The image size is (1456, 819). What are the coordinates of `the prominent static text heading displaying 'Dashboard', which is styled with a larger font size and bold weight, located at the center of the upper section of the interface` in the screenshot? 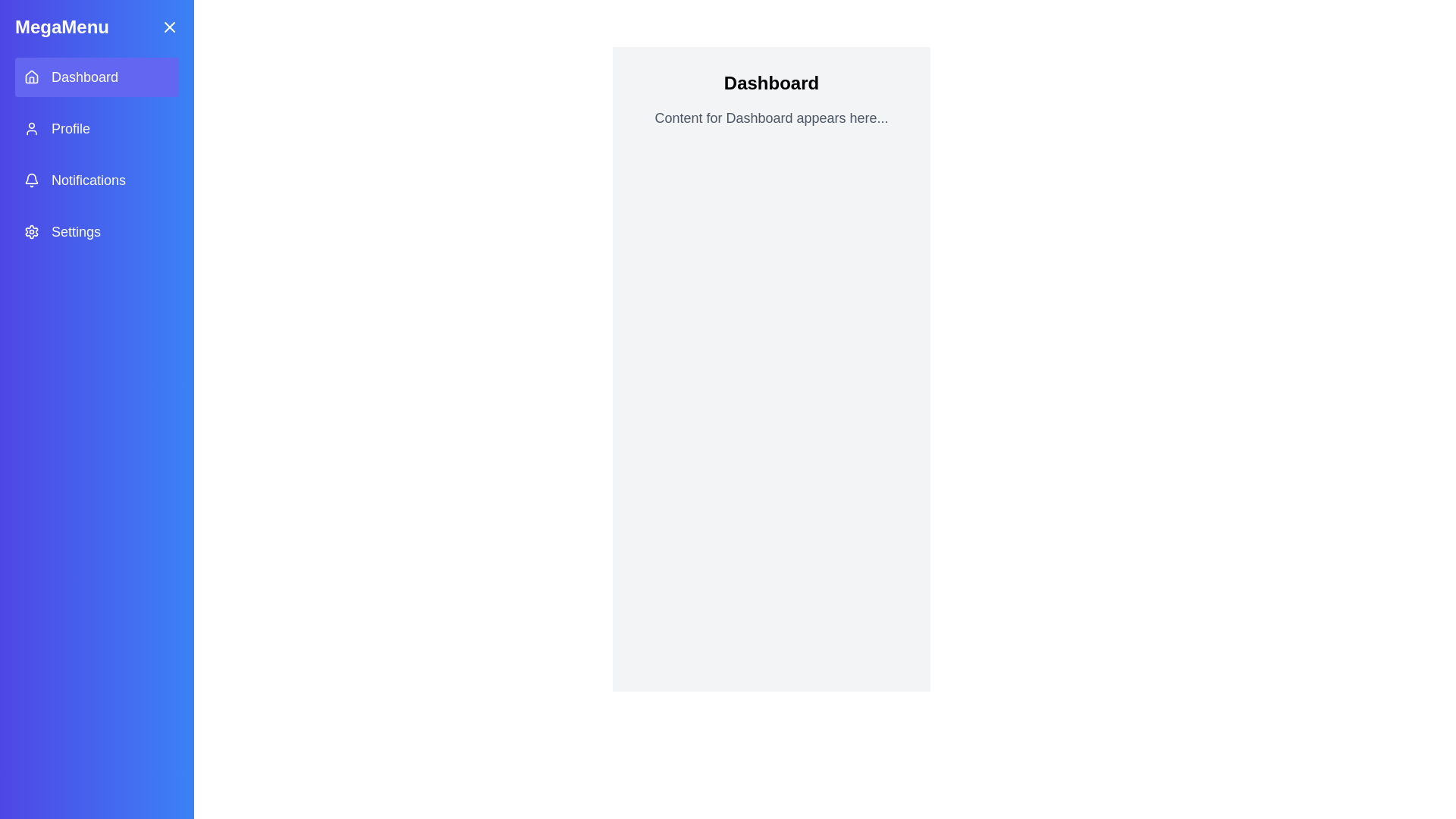 It's located at (771, 83).